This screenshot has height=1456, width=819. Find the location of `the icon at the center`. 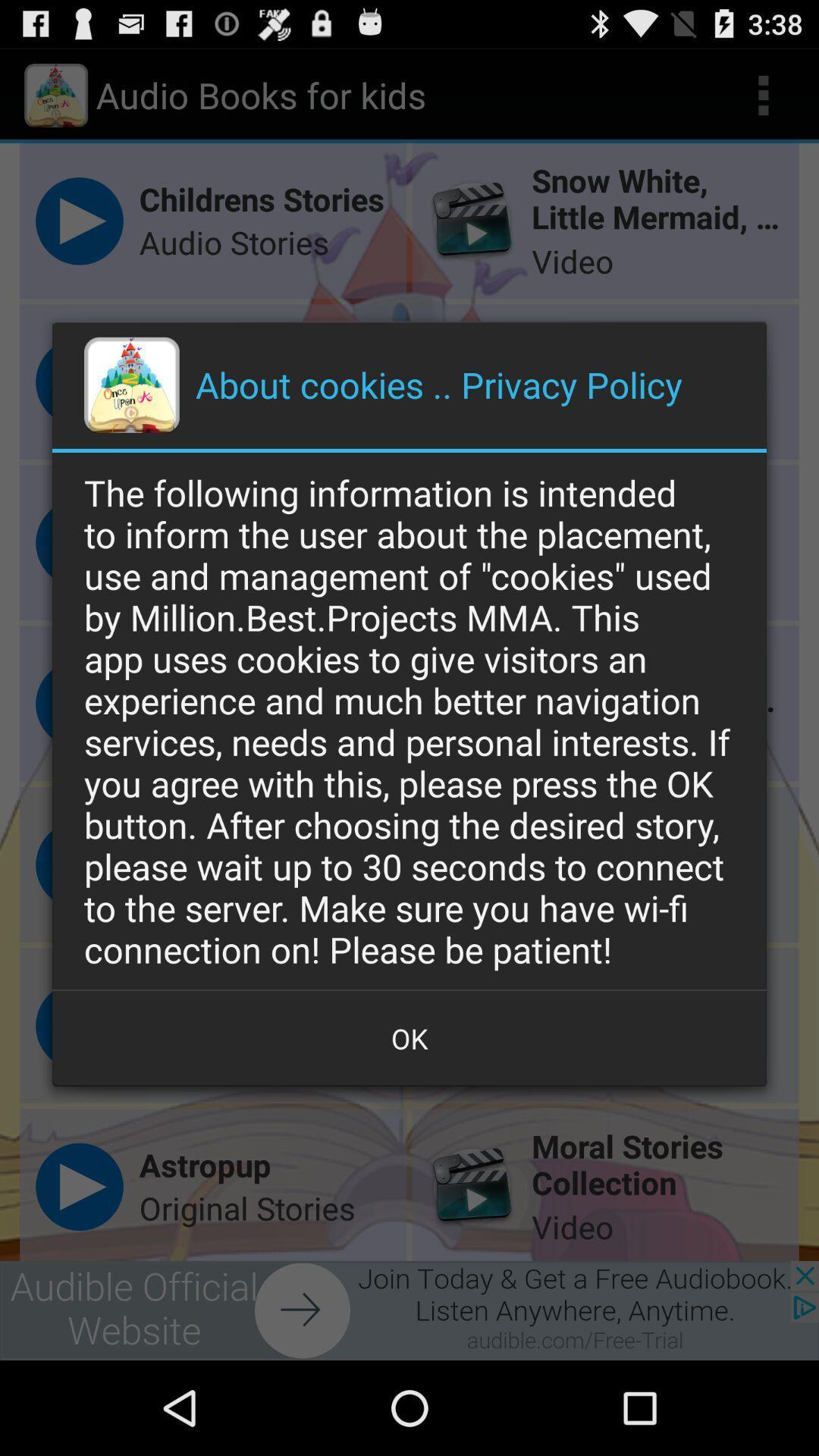

the icon at the center is located at coordinates (409, 720).